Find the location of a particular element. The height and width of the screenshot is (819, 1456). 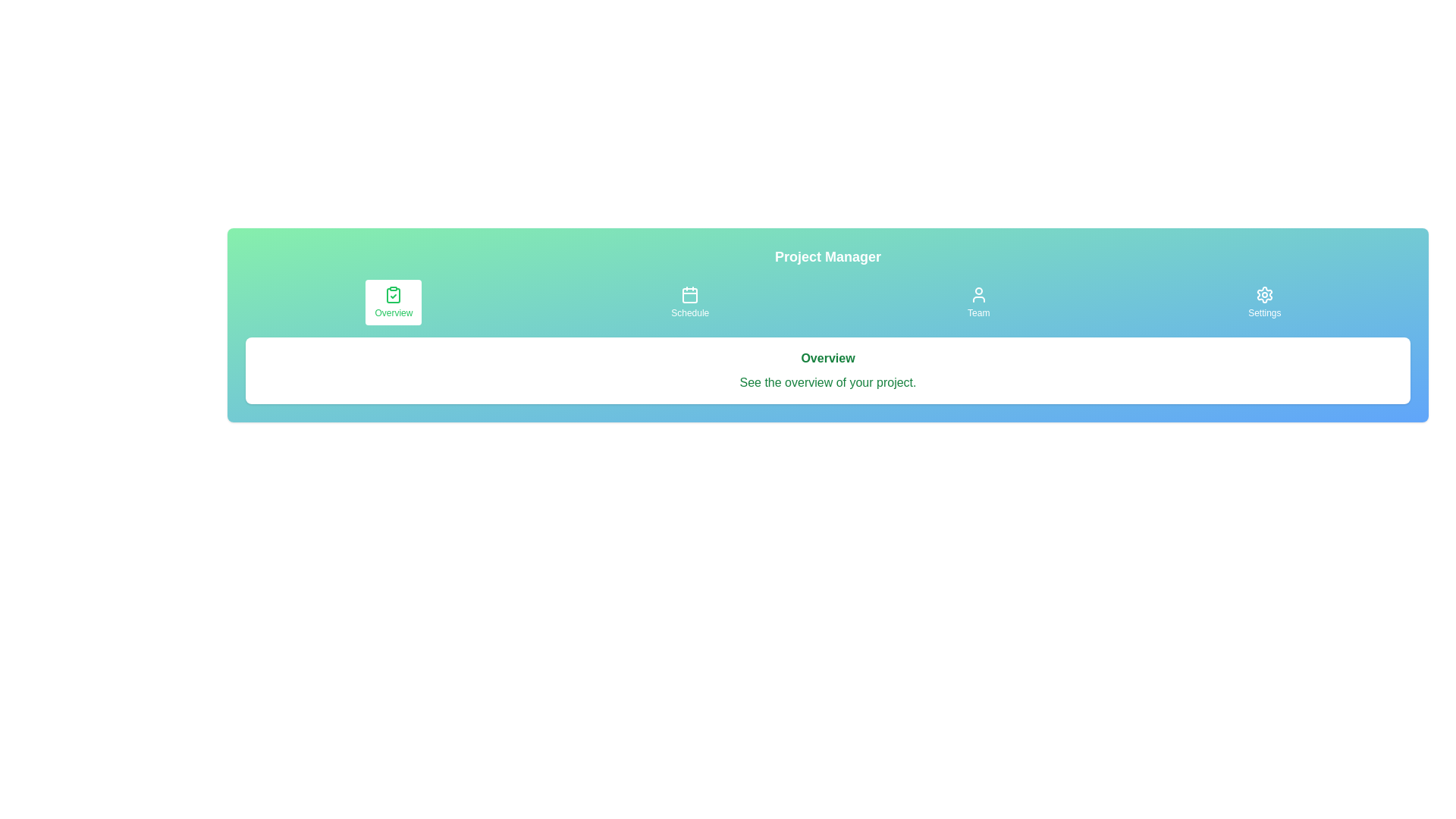

the gear-shaped icon with a gradient blue background labeled 'Settings' is located at coordinates (1264, 295).